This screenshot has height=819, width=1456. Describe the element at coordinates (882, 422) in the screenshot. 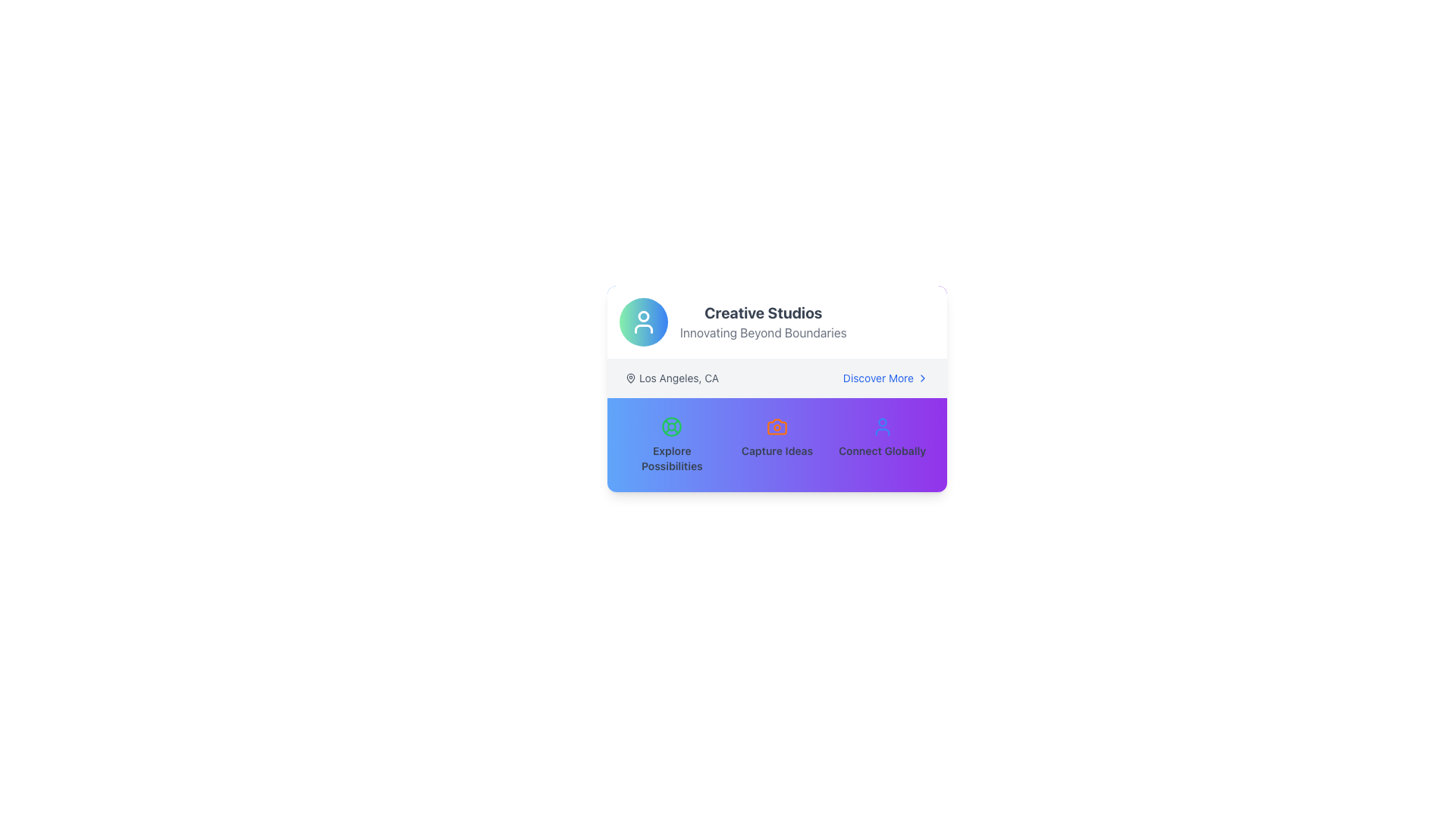

I see `the user icon graphic component representing the user's profile image, located at the top-left corner of the user icon within the card layout` at that location.